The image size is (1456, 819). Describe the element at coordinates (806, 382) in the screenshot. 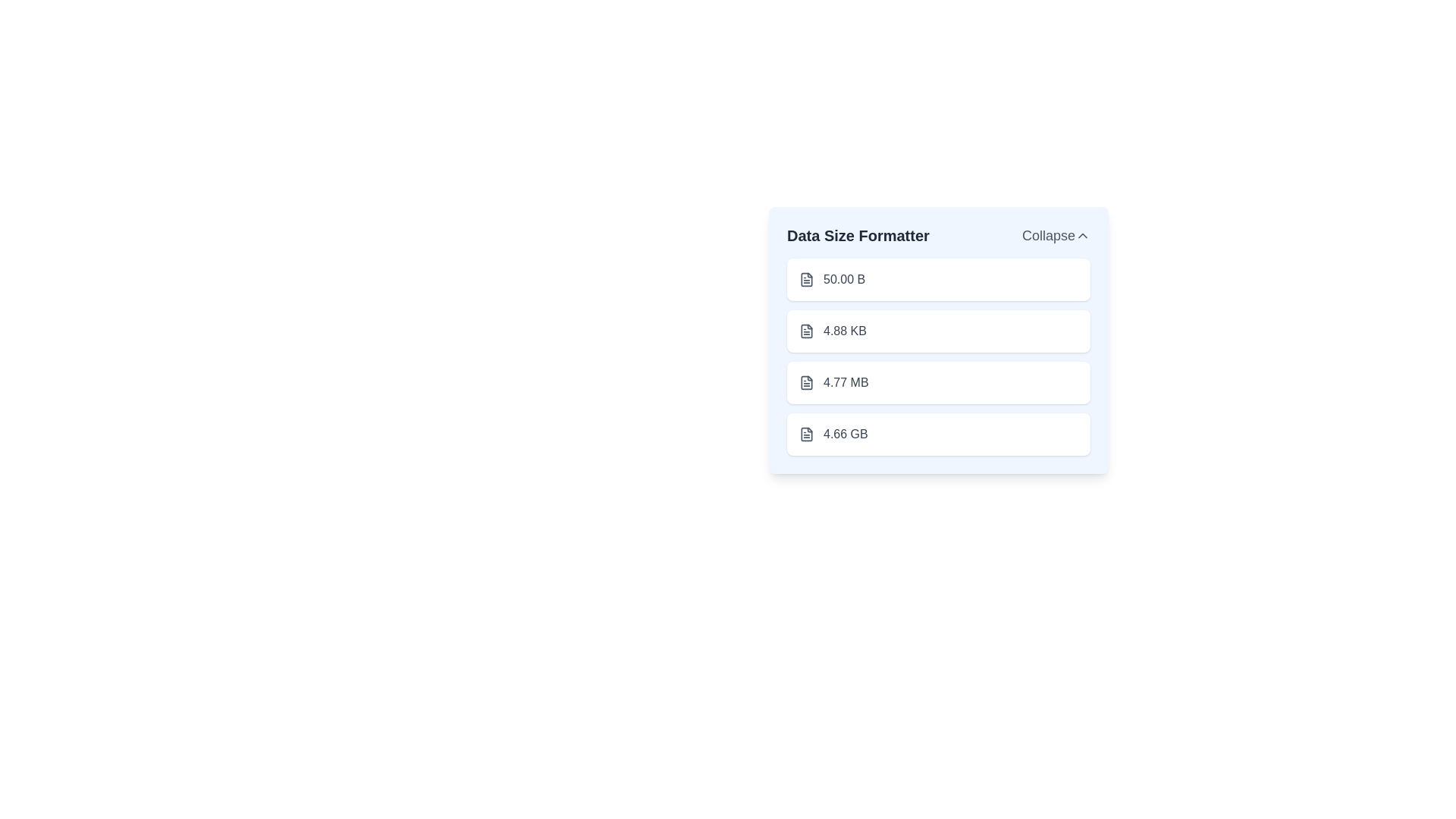

I see `the file icon located to the left of the text '4.77 MB' to enhance user recognition of the item` at that location.